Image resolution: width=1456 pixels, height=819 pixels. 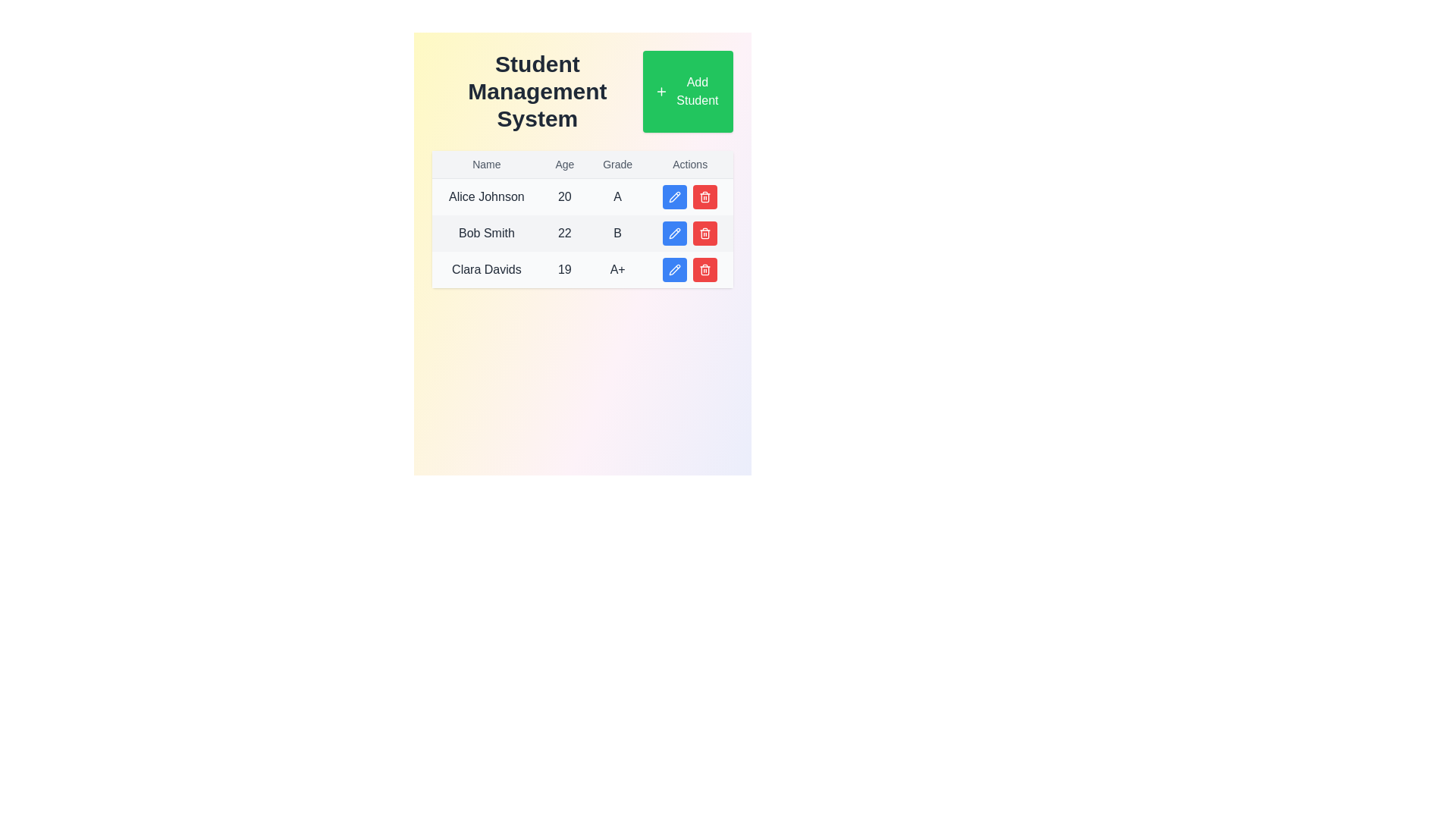 I want to click on the delete icon located in the 'Actions' column of the row for 'Clara Davids', so click(x=704, y=197).